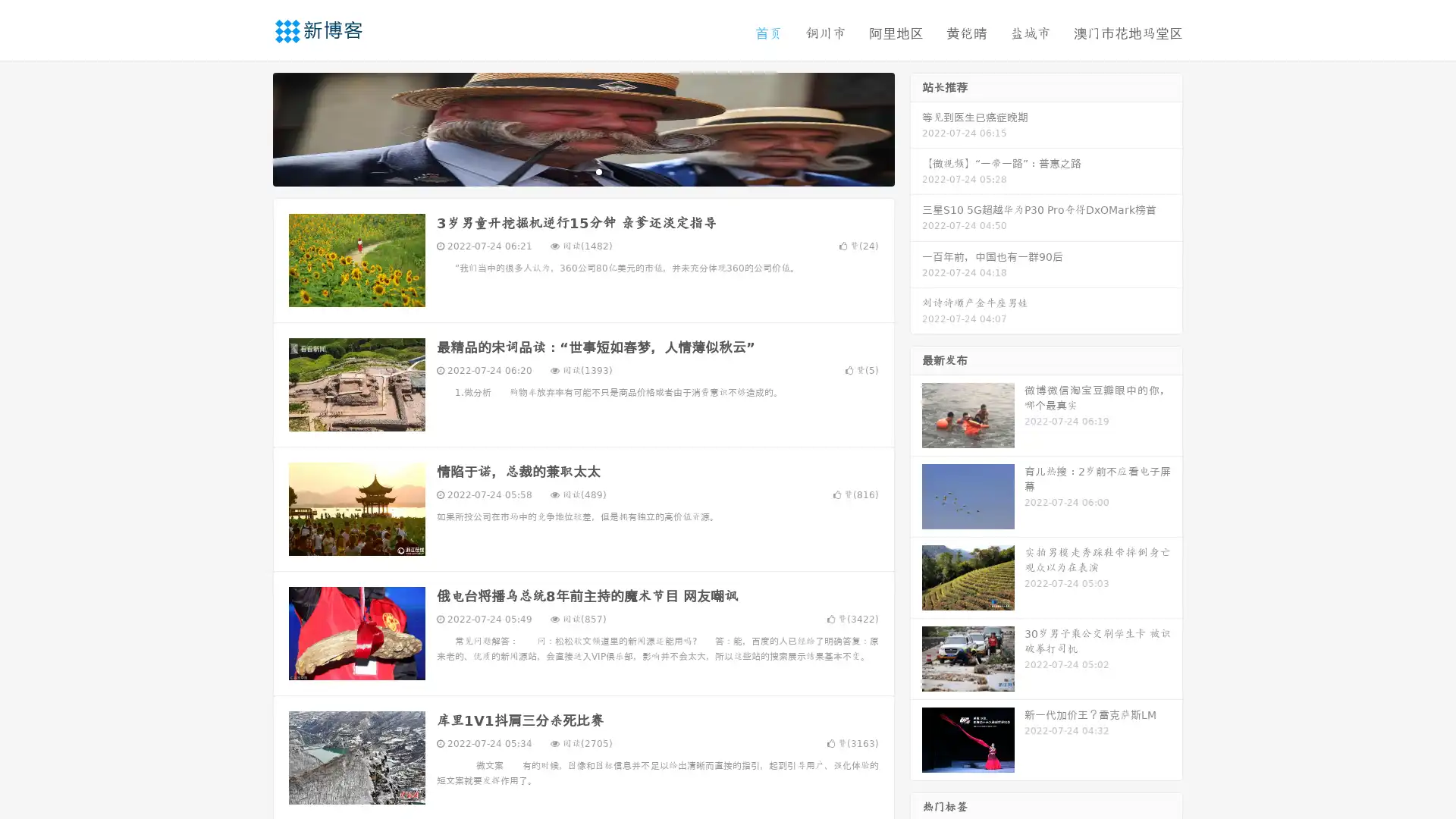  Describe the element at coordinates (598, 171) in the screenshot. I see `Go to slide 3` at that location.